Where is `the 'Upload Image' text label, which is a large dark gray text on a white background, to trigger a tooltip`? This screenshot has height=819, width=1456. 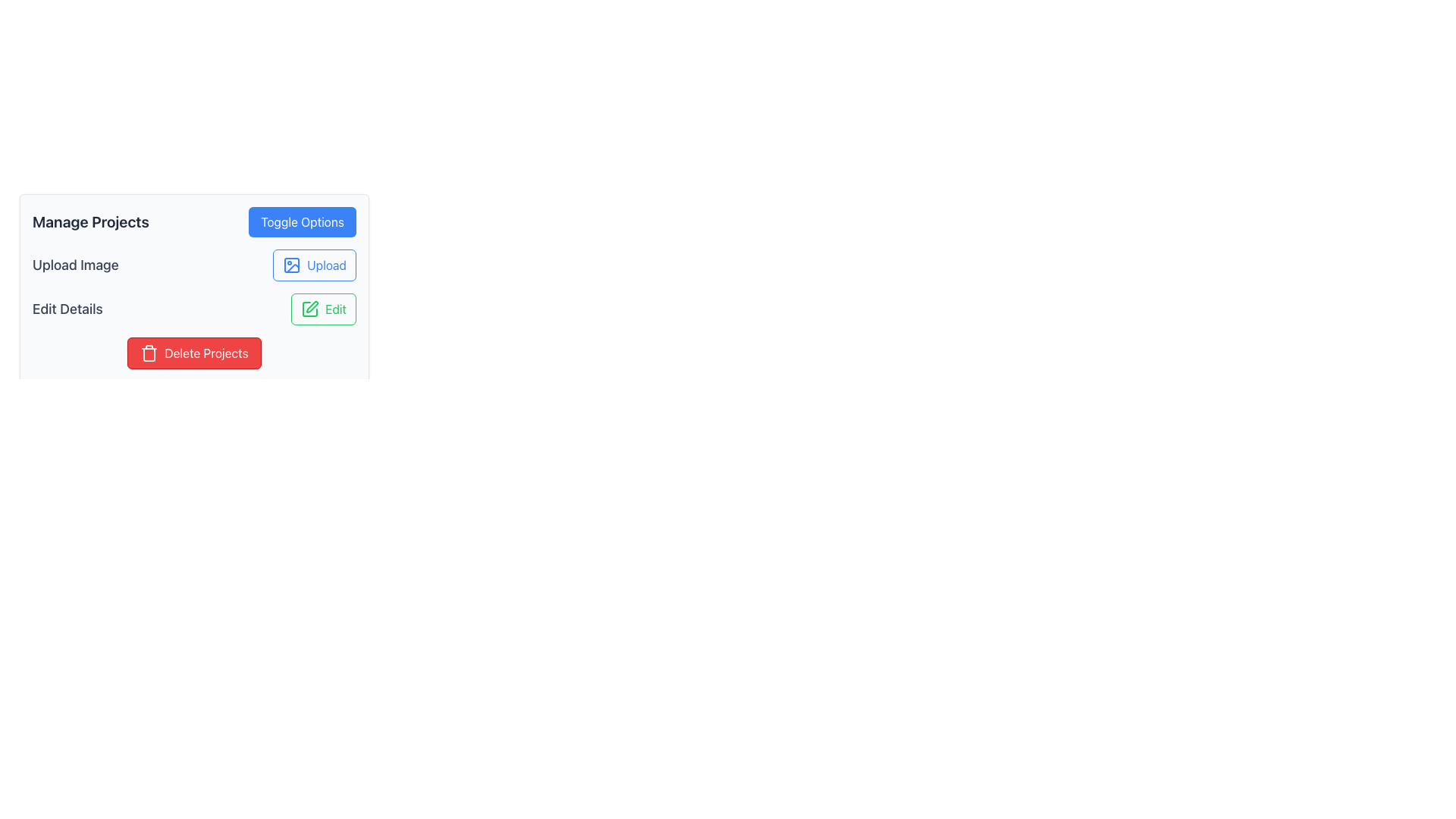
the 'Upload Image' text label, which is a large dark gray text on a white background, to trigger a tooltip is located at coordinates (74, 265).